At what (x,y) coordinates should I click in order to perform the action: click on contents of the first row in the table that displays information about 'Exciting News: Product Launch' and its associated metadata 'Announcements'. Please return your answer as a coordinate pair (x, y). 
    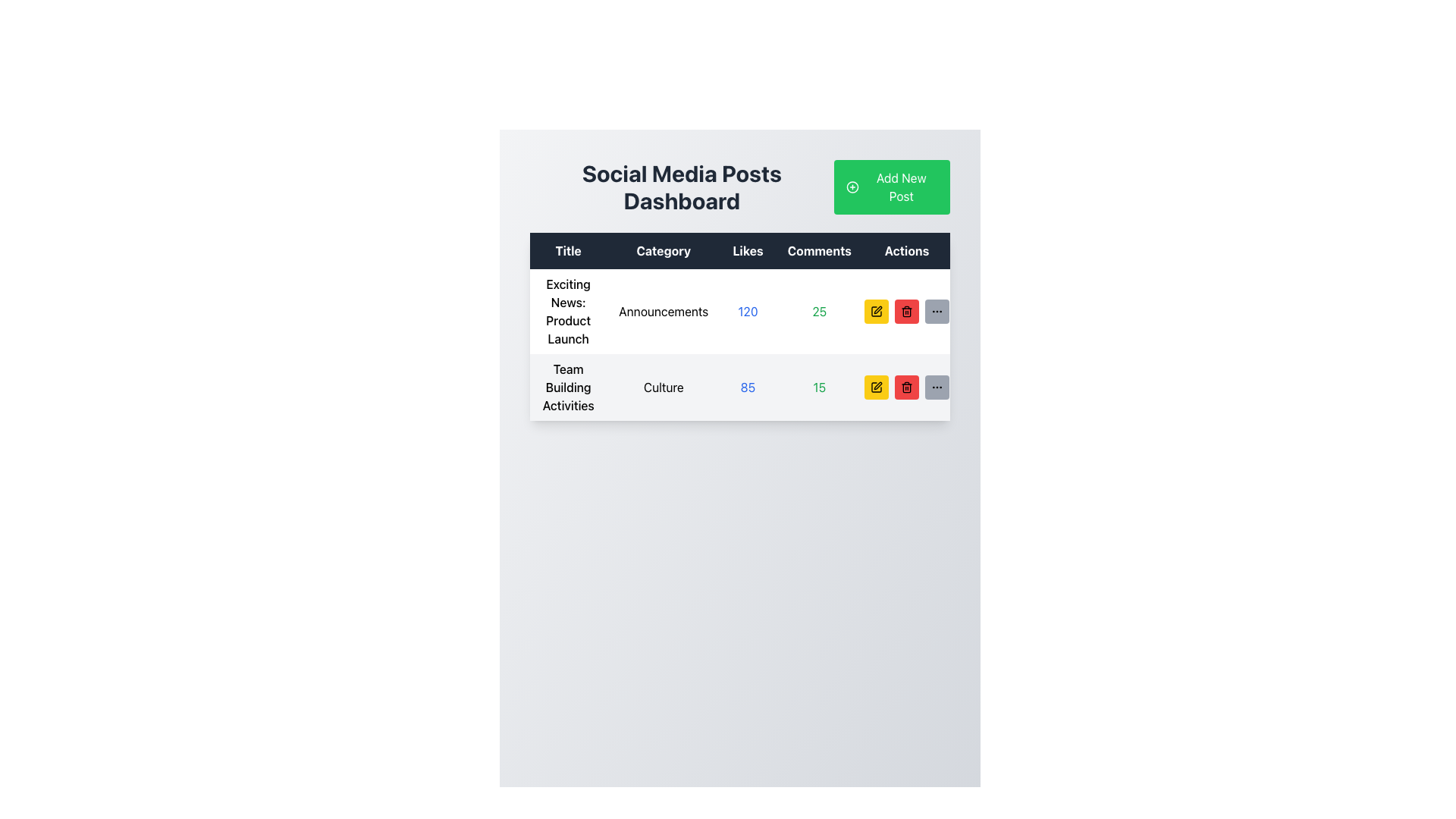
    Looking at the image, I should click on (739, 311).